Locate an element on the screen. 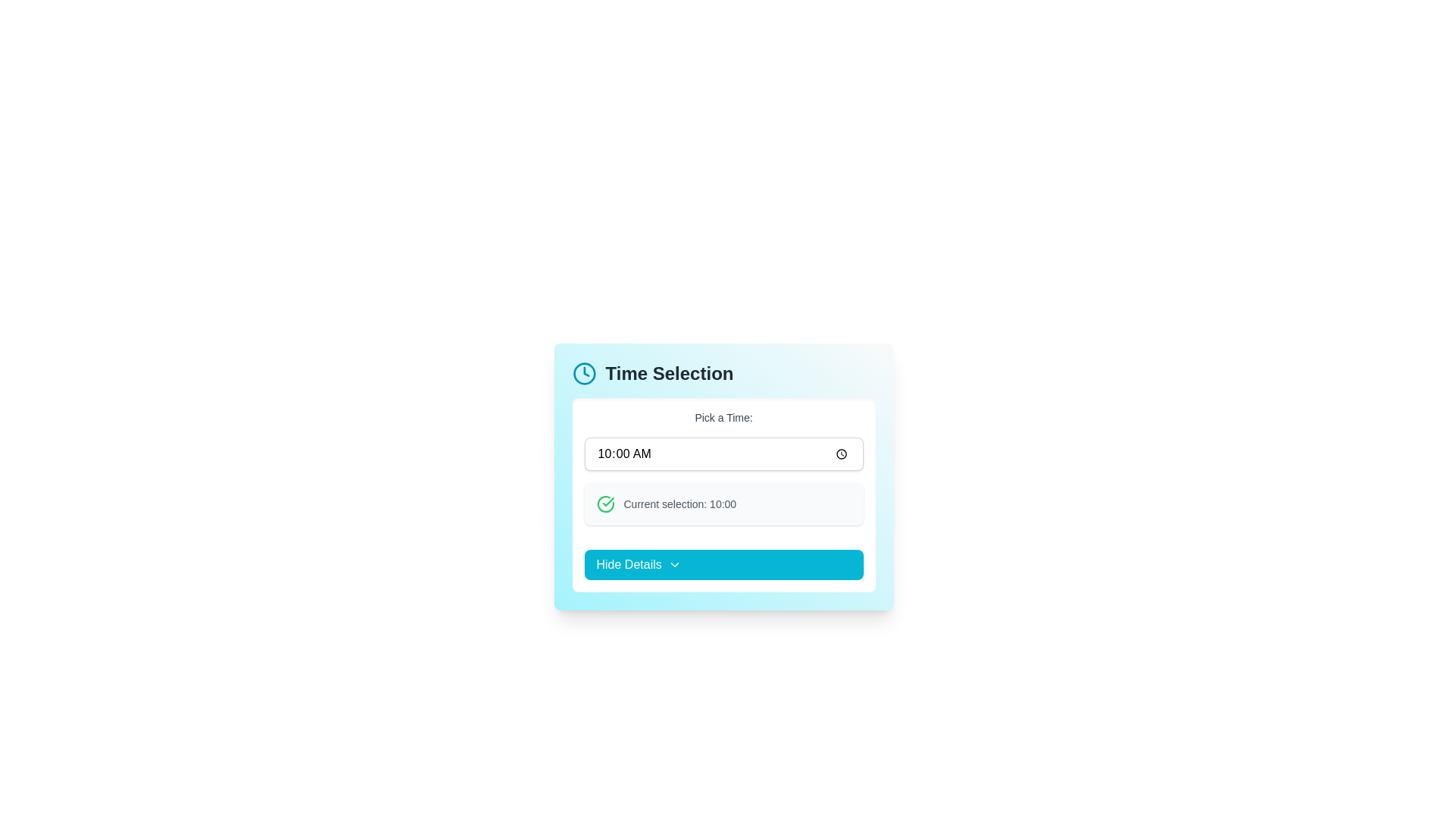 The height and width of the screenshot is (819, 1456). the small downward-pointing triangle icon (chevron down) located beside the 'Hide Details' button is located at coordinates (673, 564).